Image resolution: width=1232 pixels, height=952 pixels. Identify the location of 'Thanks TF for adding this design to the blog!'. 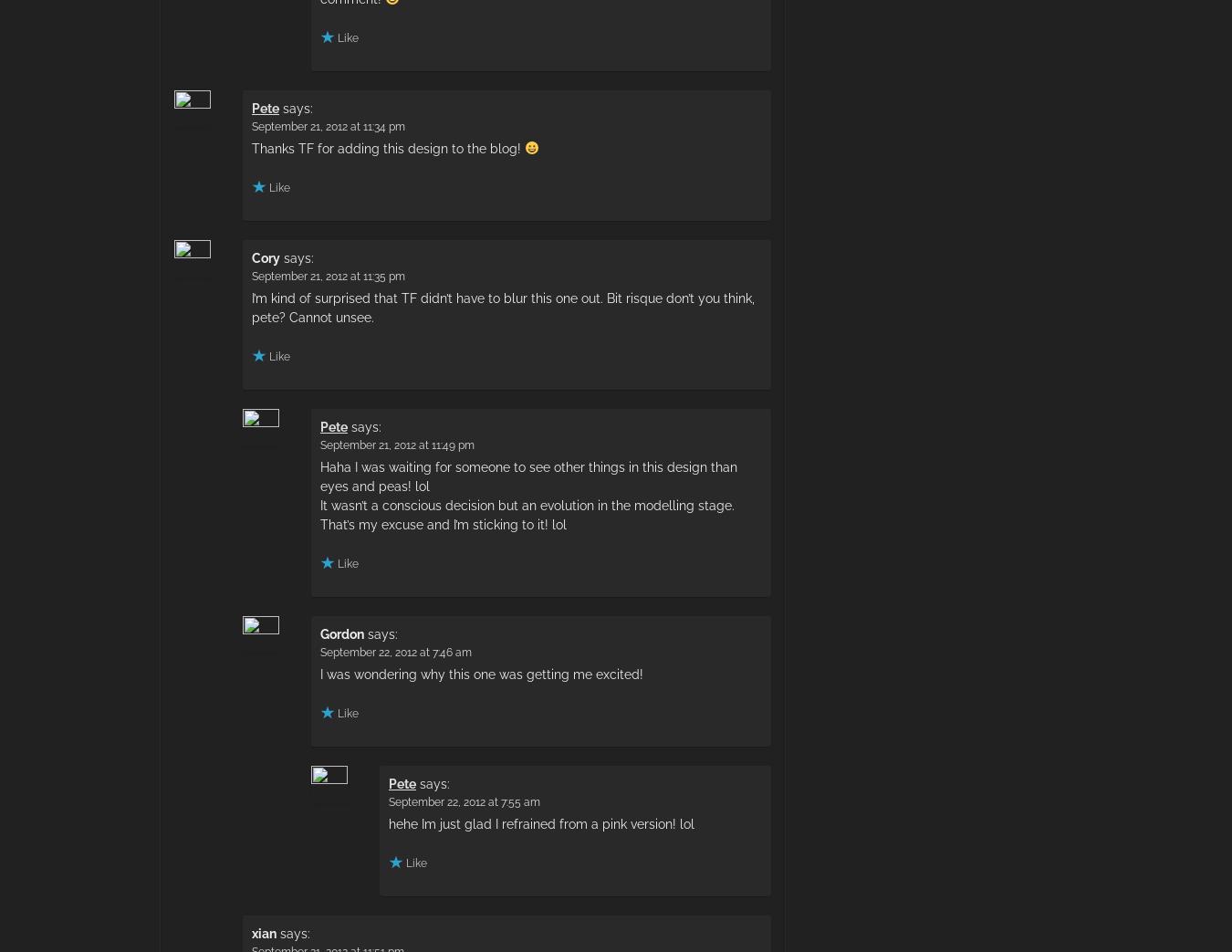
(250, 146).